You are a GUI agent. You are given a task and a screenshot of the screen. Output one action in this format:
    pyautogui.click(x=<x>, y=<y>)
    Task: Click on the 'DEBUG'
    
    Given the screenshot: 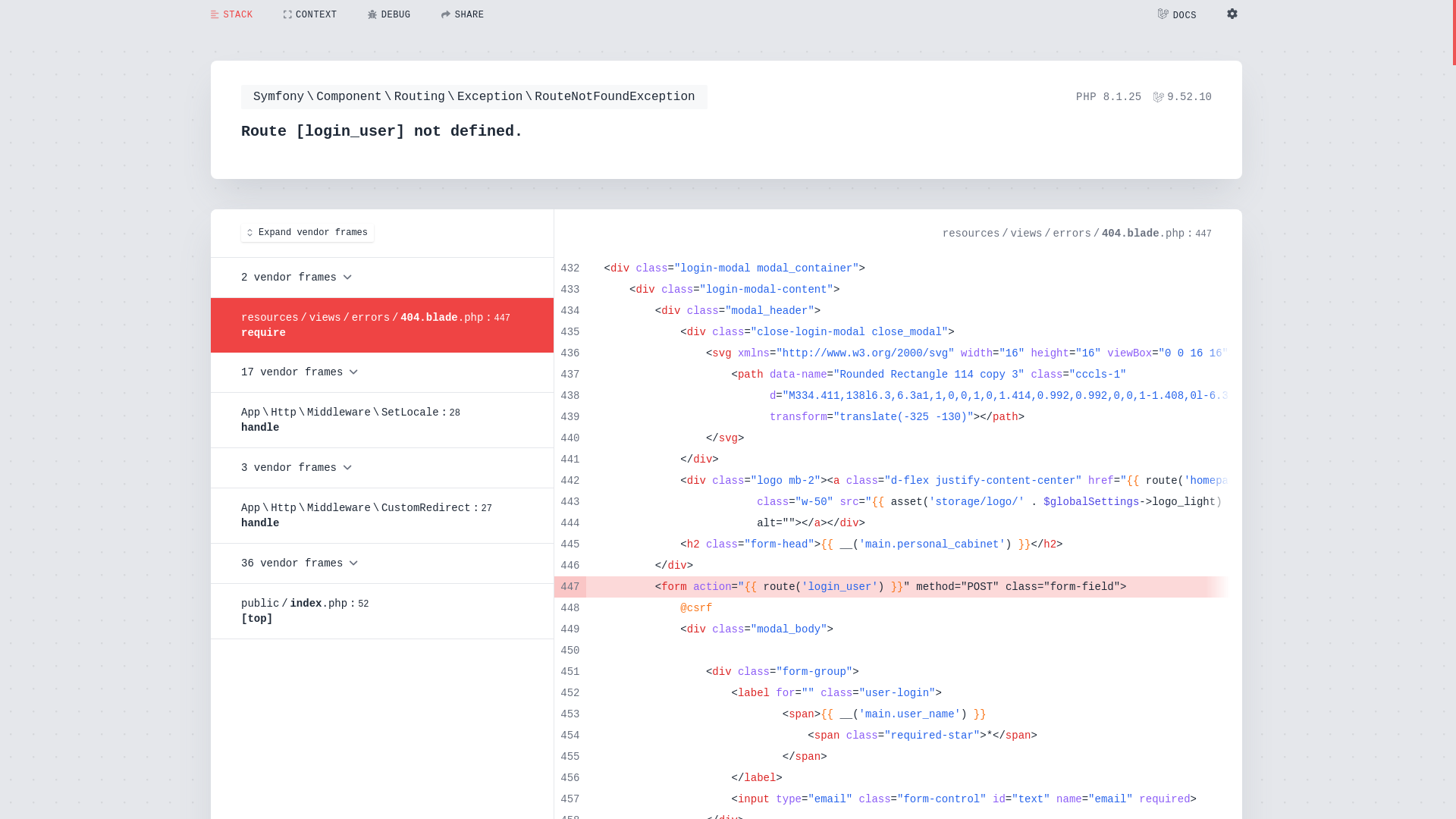 What is the action you would take?
    pyautogui.click(x=389, y=14)
    